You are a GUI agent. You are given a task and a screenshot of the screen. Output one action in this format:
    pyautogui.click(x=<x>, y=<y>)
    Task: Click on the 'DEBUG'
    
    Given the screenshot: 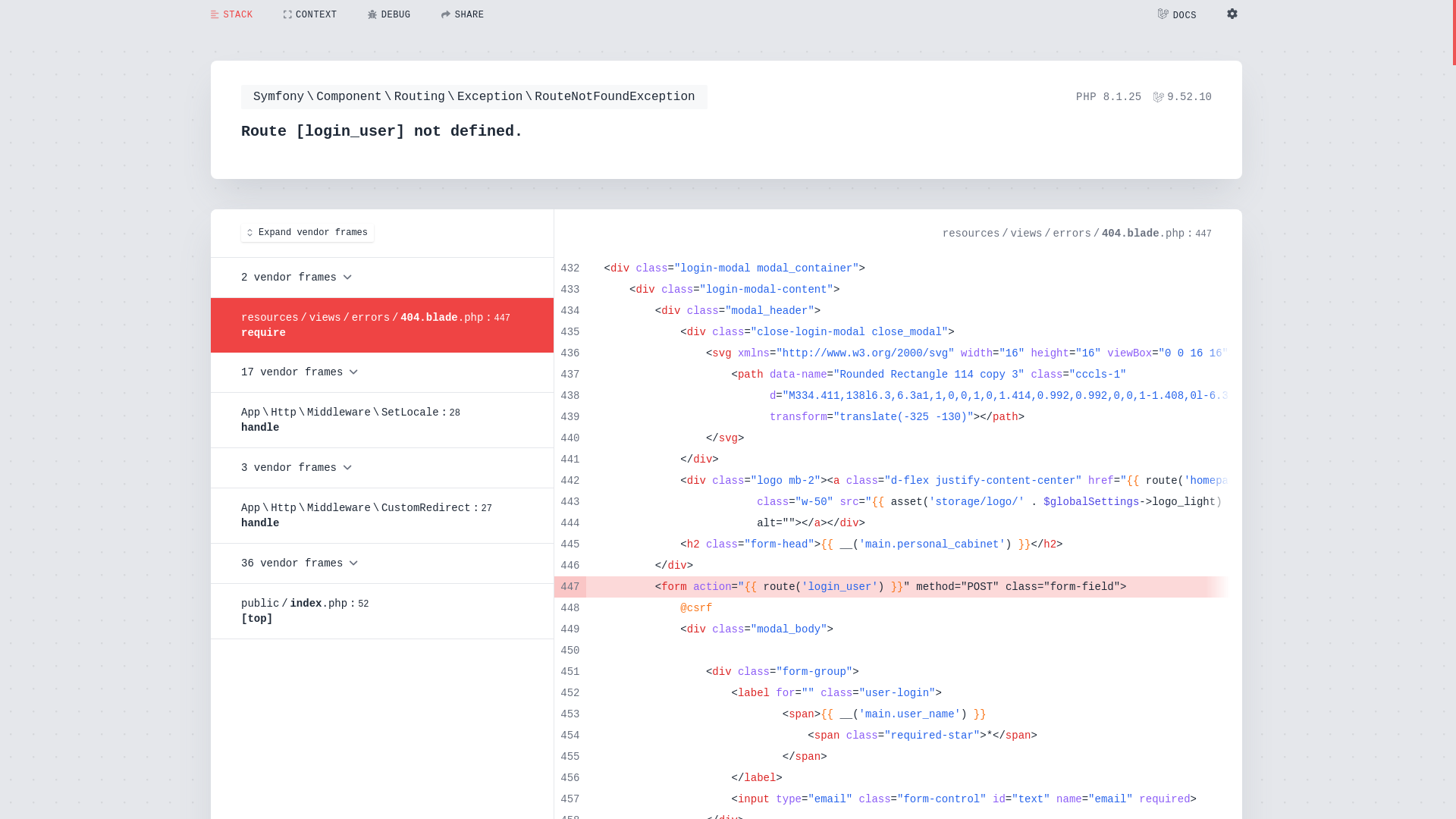 What is the action you would take?
    pyautogui.click(x=389, y=14)
    